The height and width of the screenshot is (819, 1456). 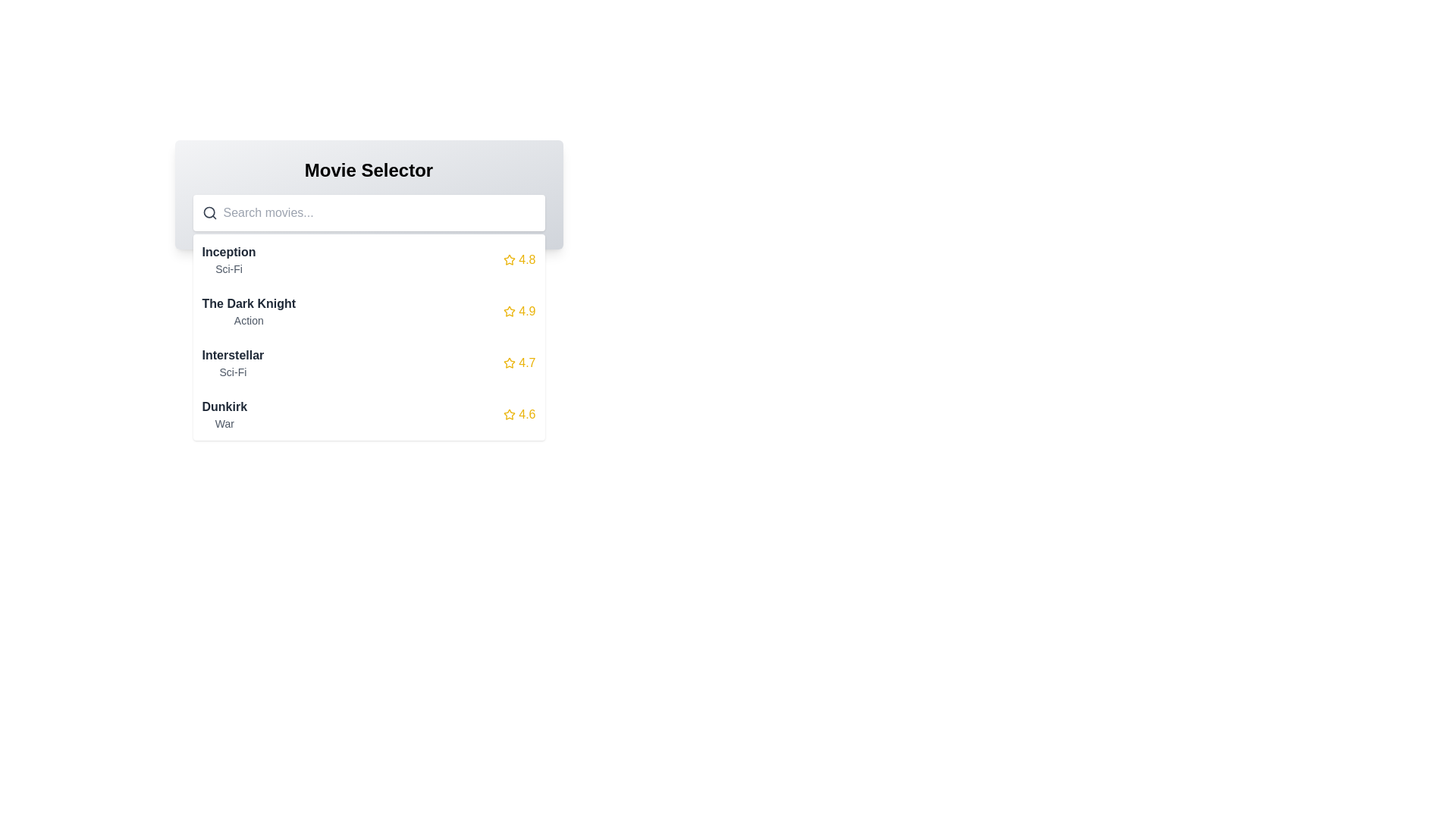 I want to click on the fourth selectable list item in the dropdown menu representing the movie 'Dunkirk', so click(x=369, y=415).